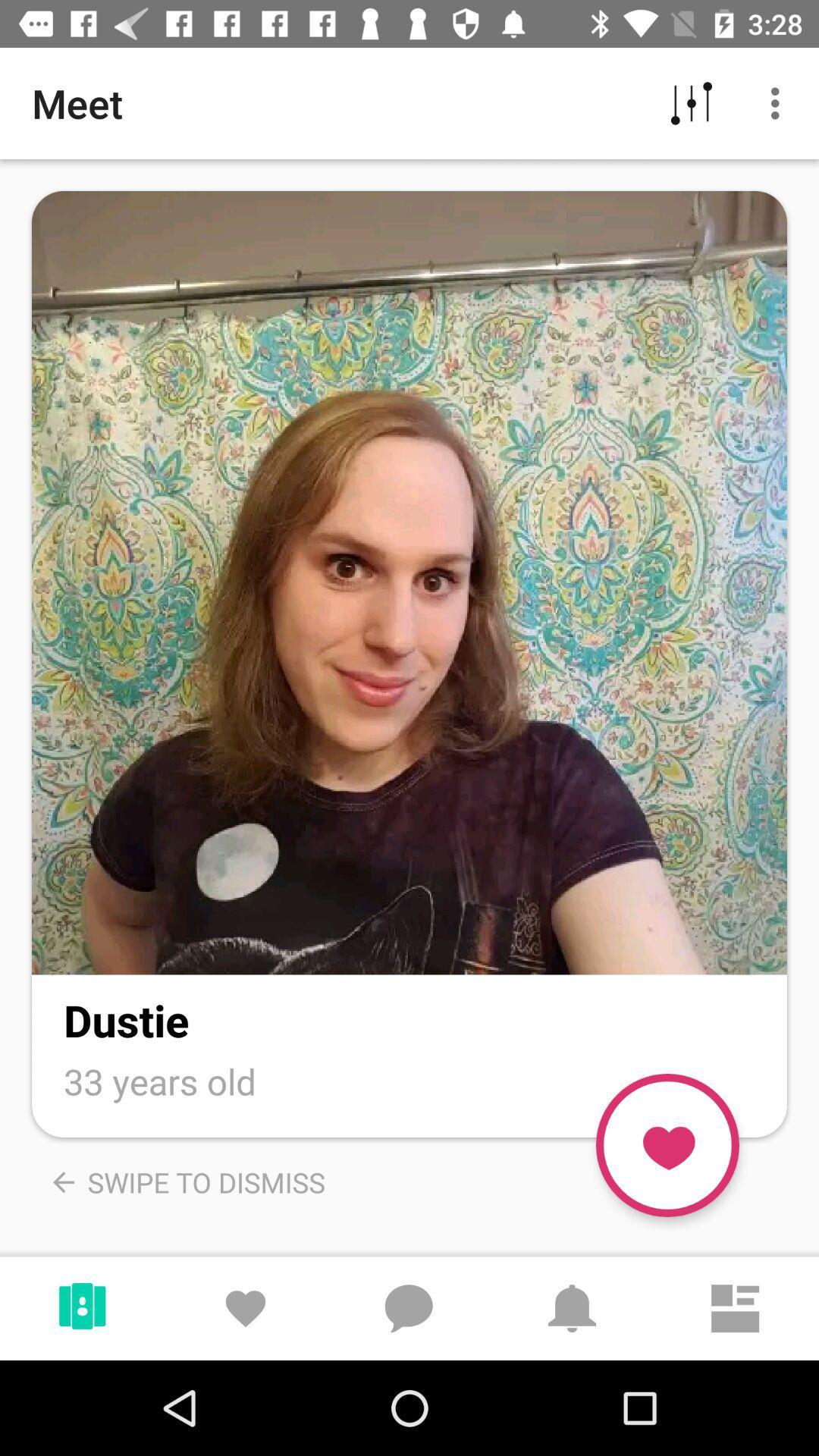 This screenshot has height=1456, width=819. What do you see at coordinates (409, 582) in the screenshot?
I see `the icon above dustie` at bounding box center [409, 582].